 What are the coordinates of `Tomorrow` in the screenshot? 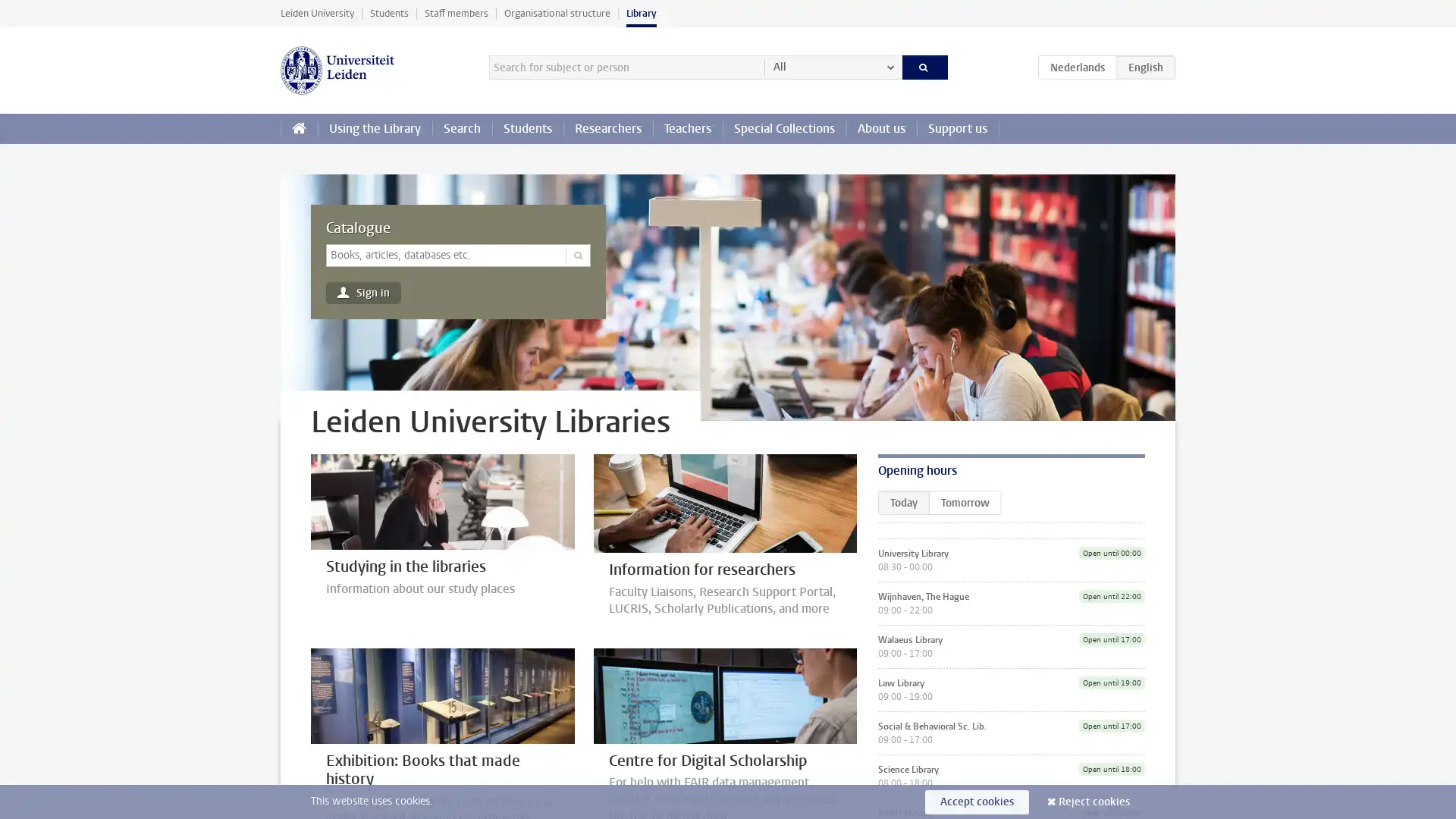 It's located at (964, 503).